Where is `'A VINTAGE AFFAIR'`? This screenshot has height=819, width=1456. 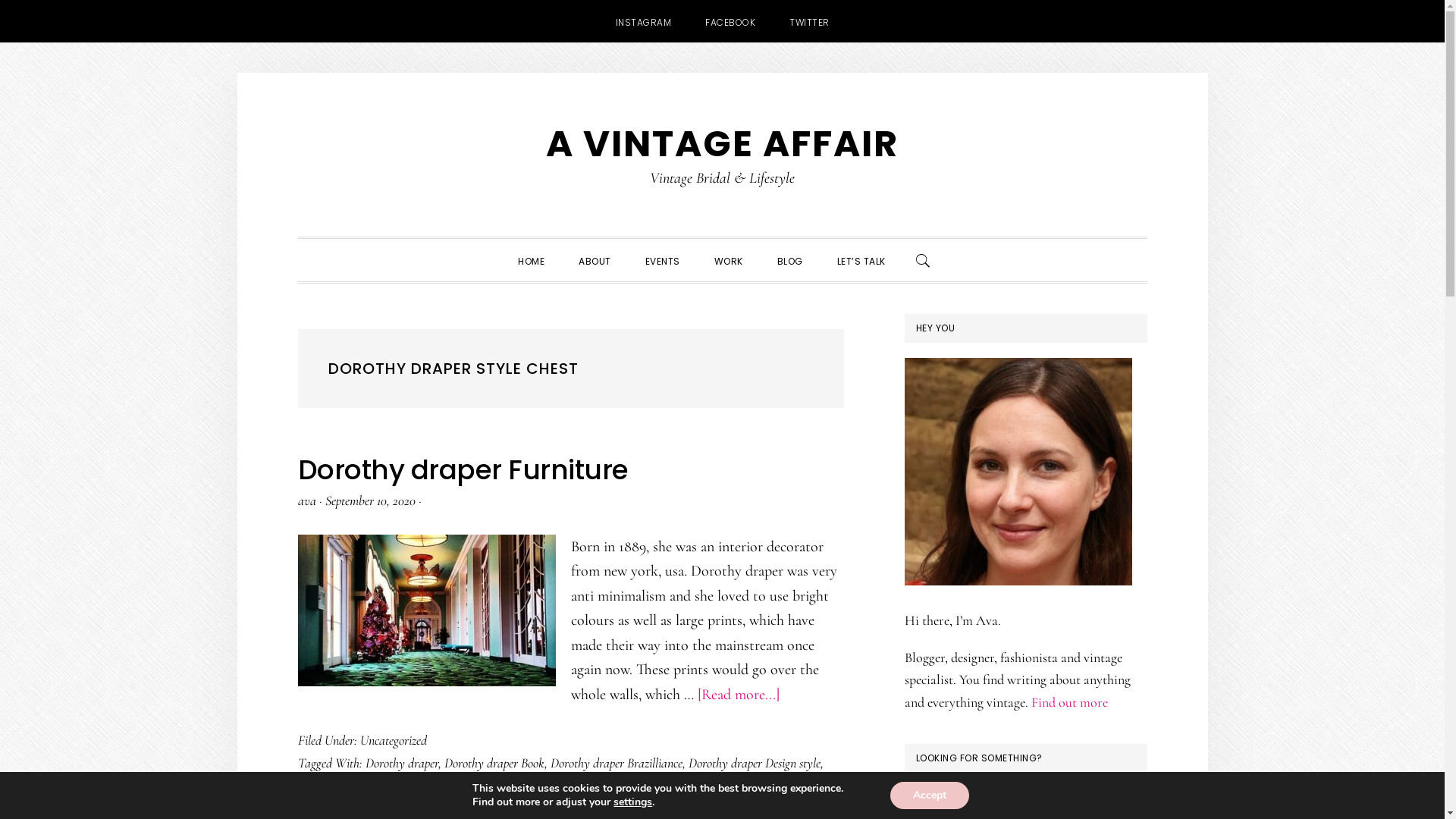
'A VINTAGE AFFAIR' is located at coordinates (721, 143).